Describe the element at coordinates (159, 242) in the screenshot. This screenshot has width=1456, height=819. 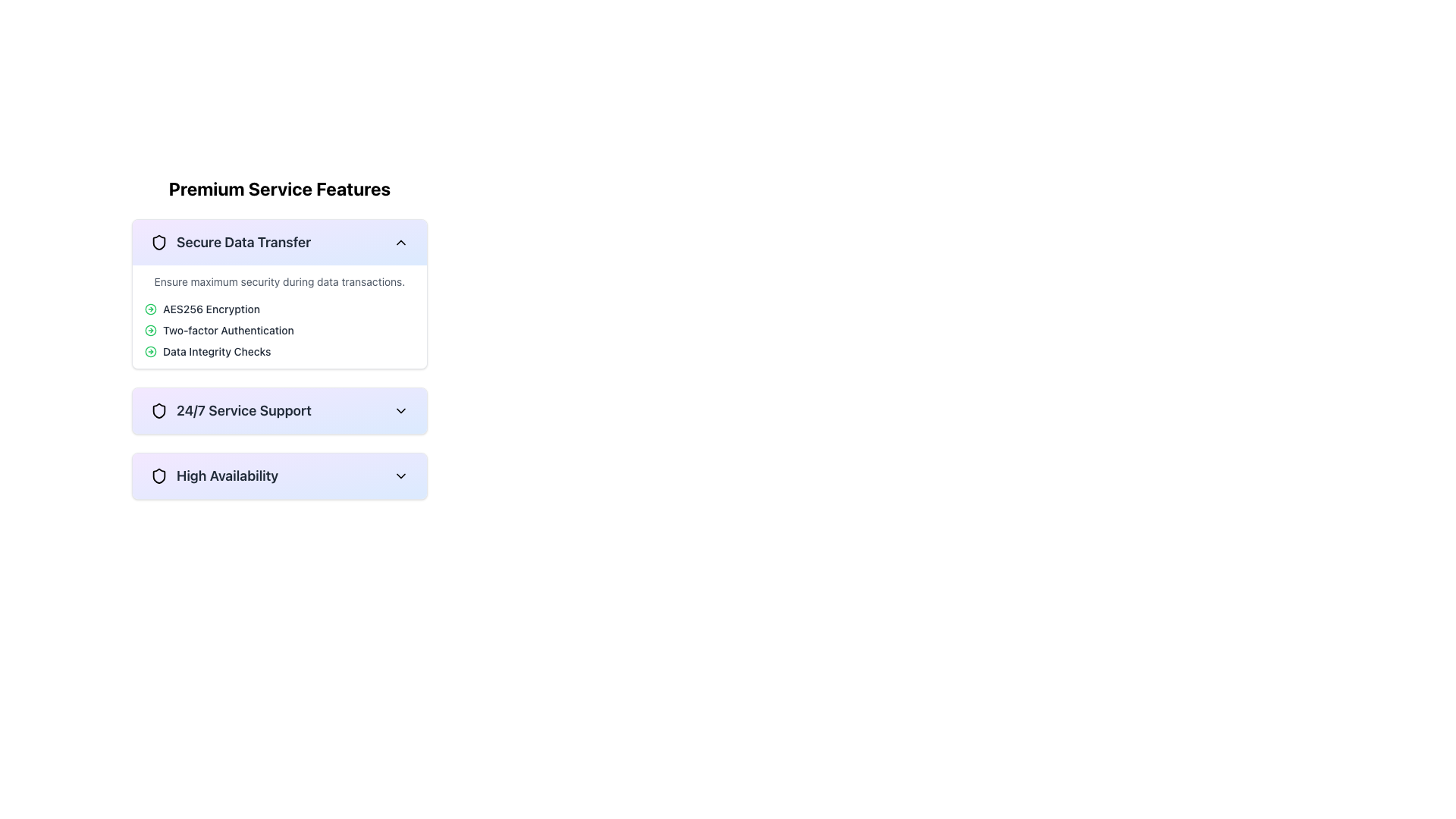
I see `the security icon located` at that location.